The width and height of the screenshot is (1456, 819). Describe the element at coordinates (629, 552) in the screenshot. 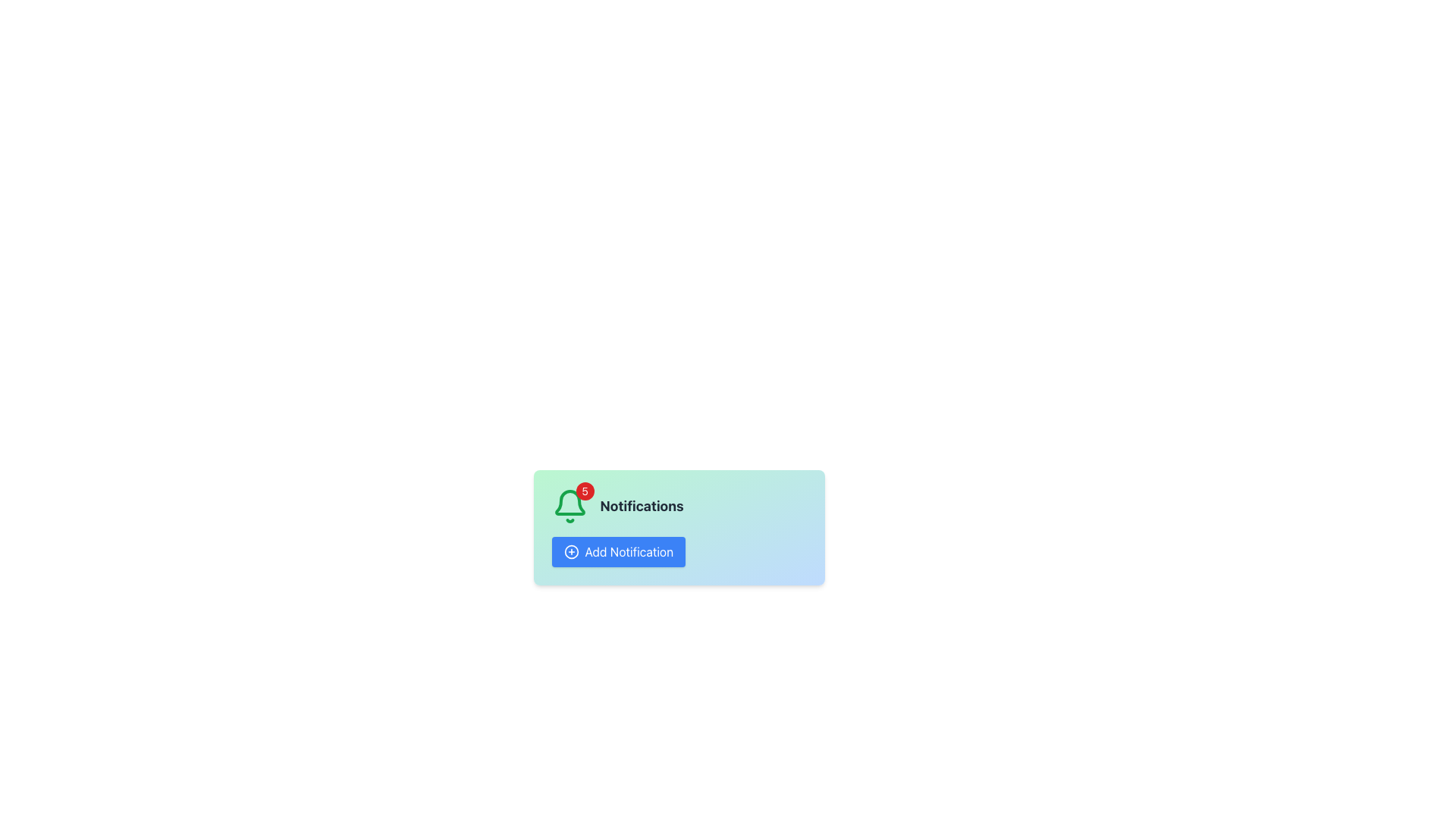

I see `the 'Add Notification' label within the button located at the bottom-right corner of the notification panel to initiate the action of adding or managing notifications` at that location.